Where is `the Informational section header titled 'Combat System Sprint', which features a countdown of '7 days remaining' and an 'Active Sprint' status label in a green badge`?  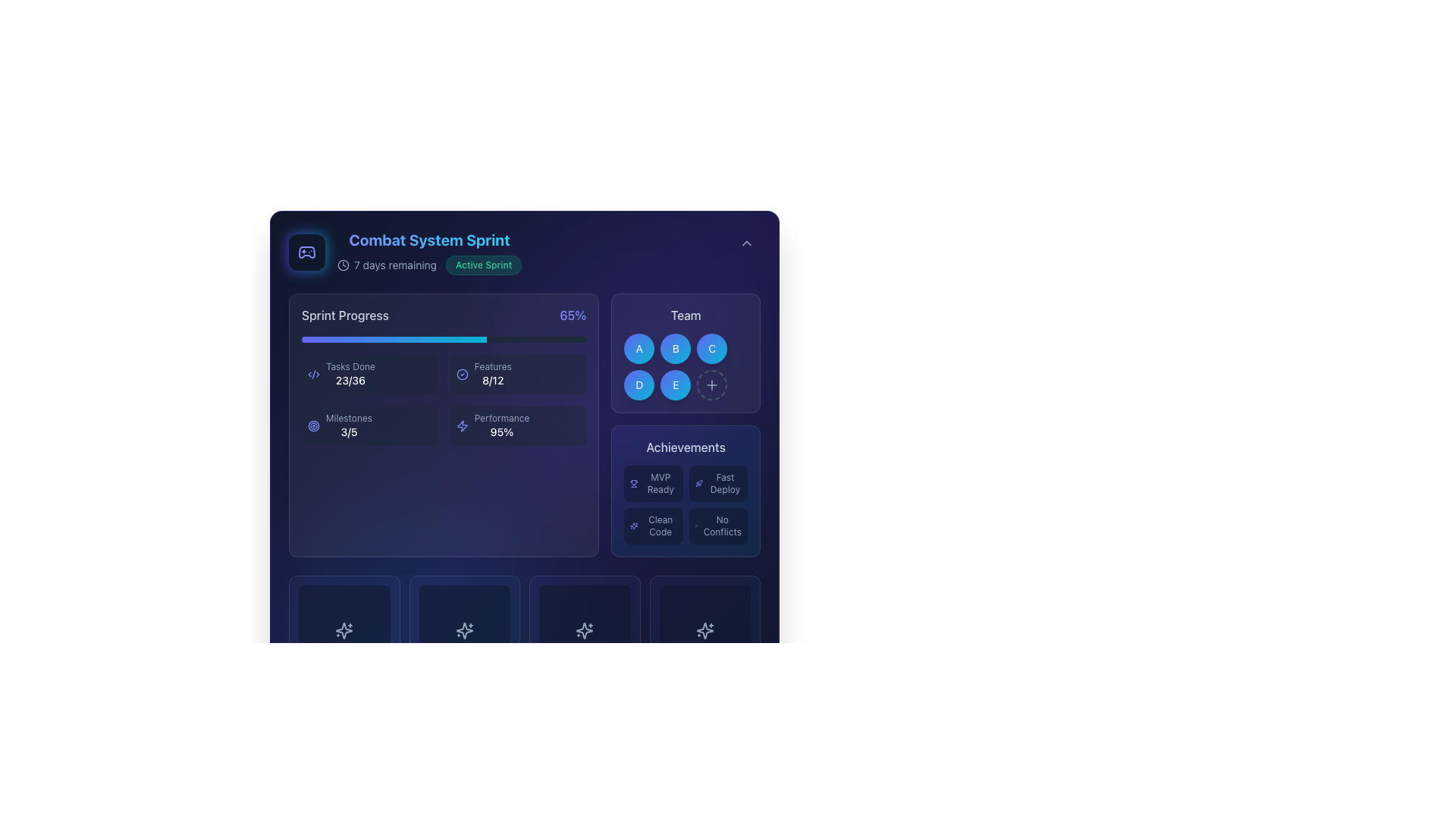 the Informational section header titled 'Combat System Sprint', which features a countdown of '7 days remaining' and an 'Active Sprint' status label in a green badge is located at coordinates (405, 251).